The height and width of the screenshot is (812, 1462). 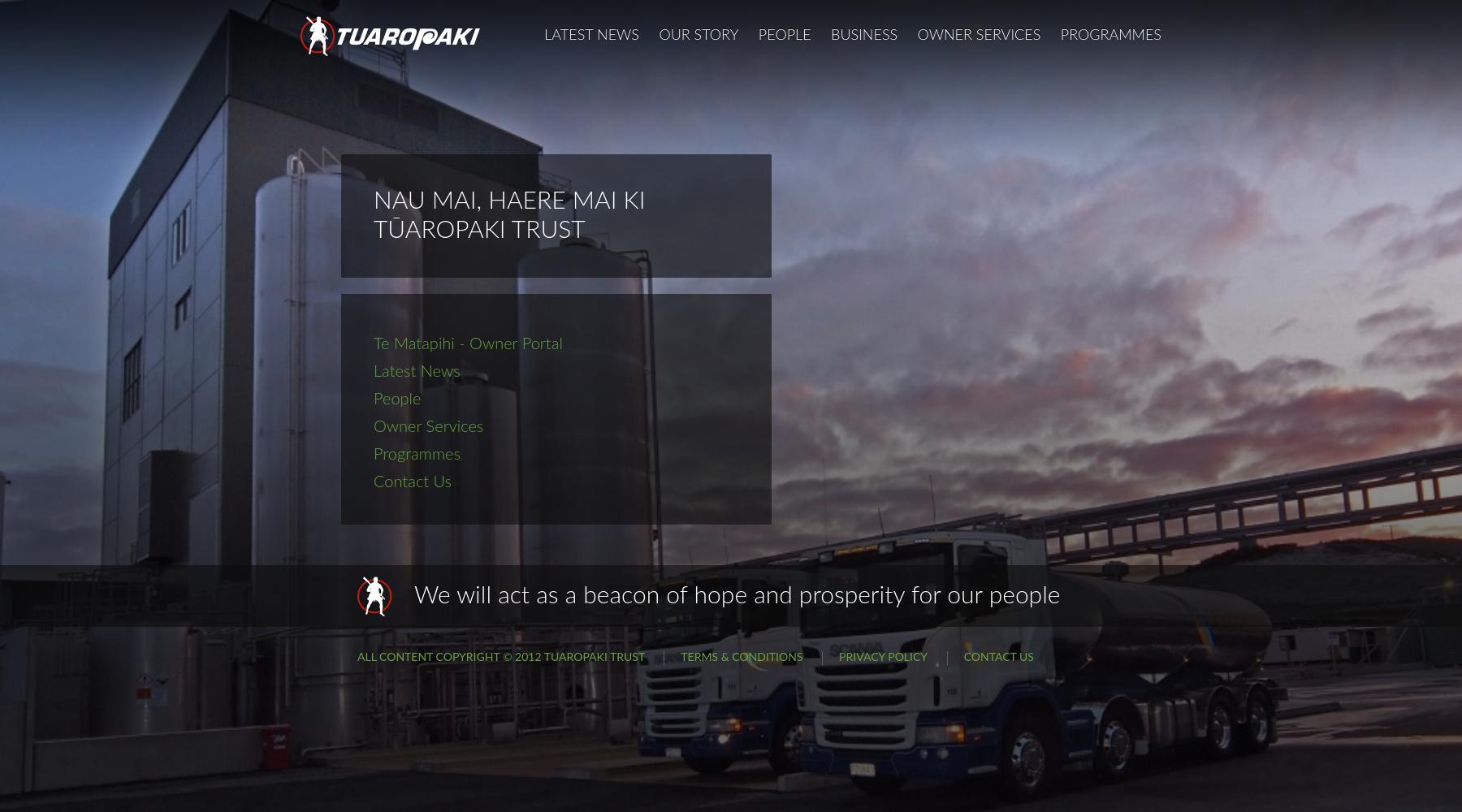 What do you see at coordinates (740, 658) in the screenshot?
I see `'Terms & Conditions'` at bounding box center [740, 658].